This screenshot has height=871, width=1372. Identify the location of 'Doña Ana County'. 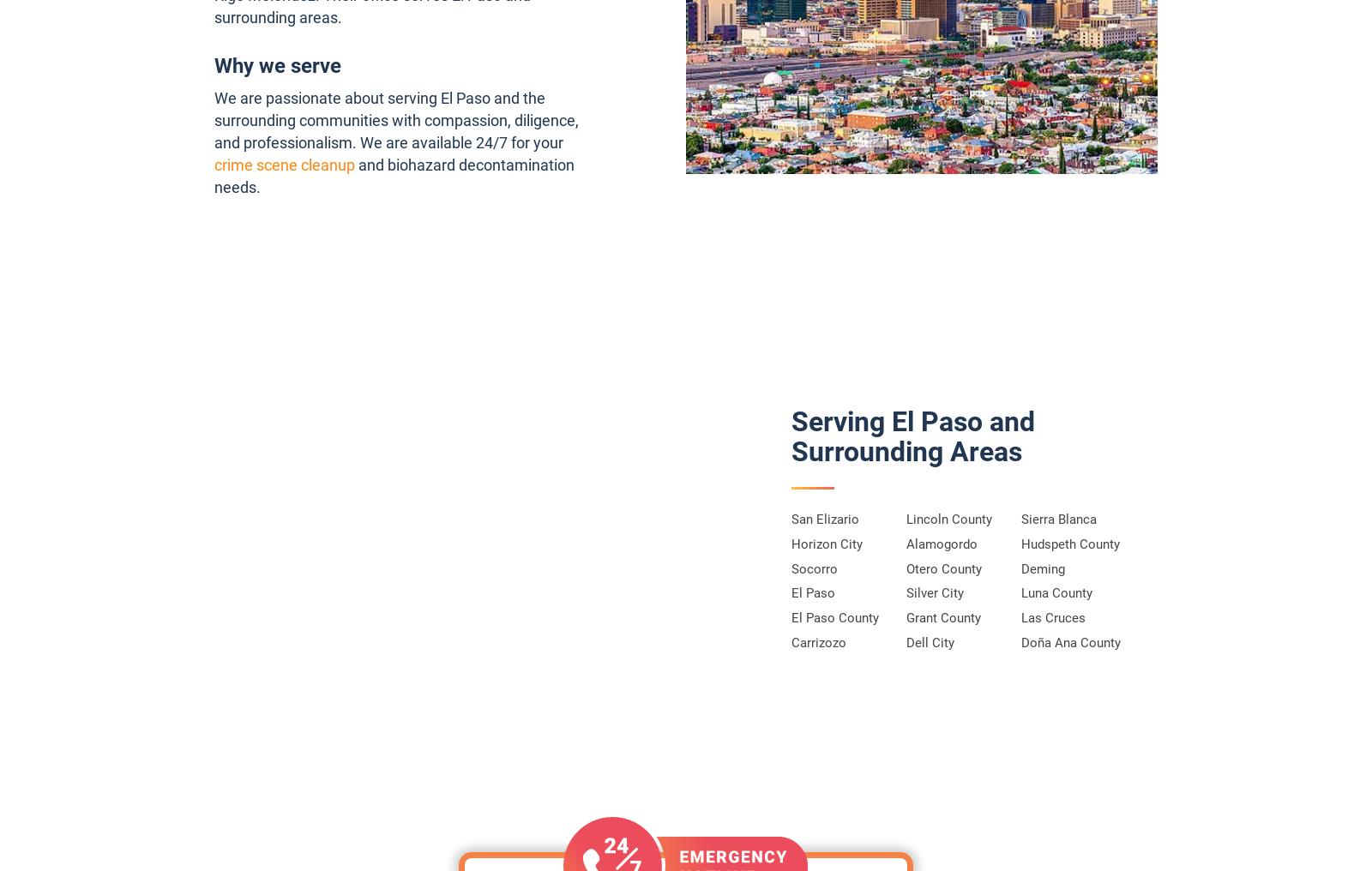
(1069, 643).